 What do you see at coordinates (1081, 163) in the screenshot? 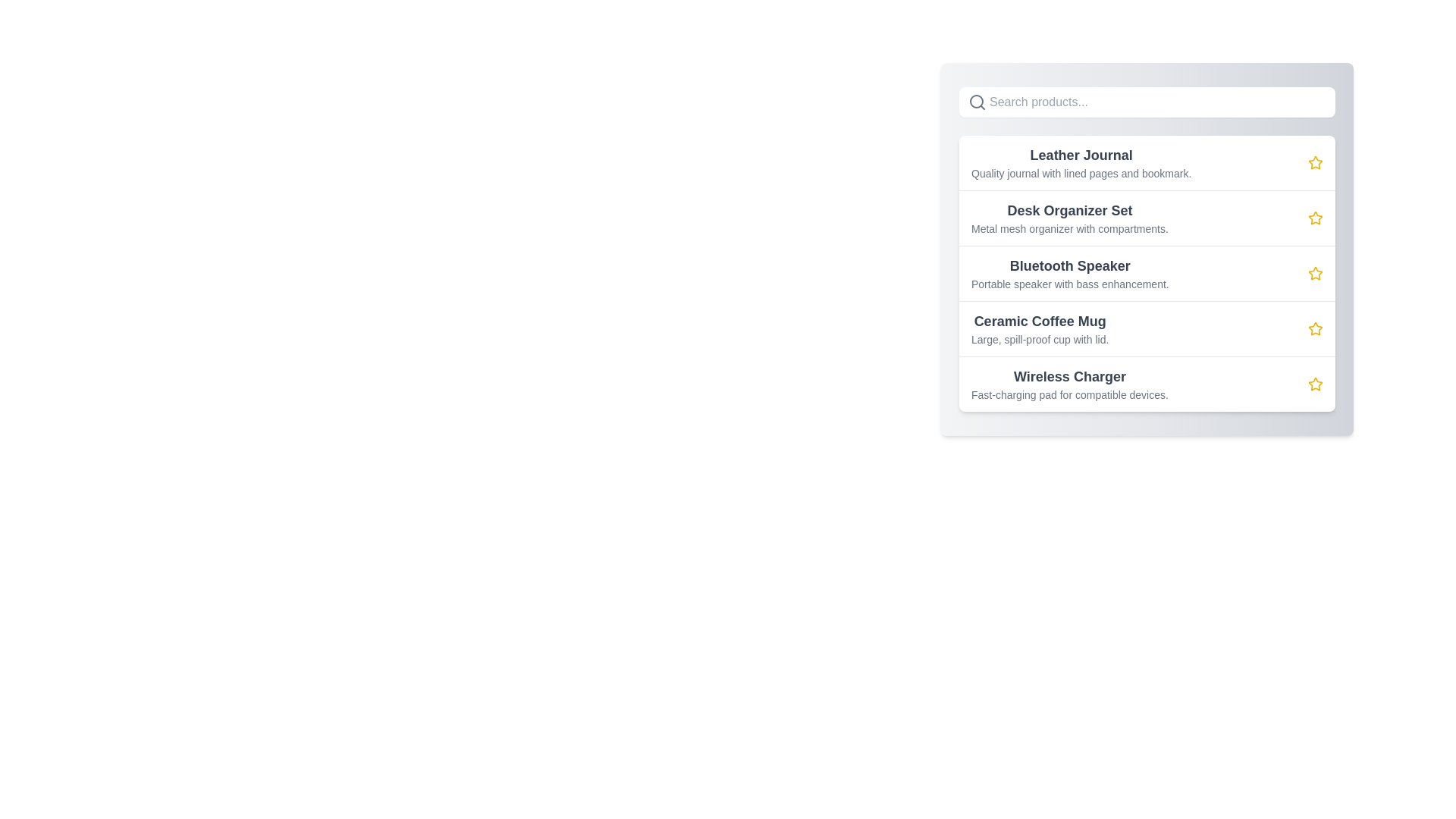
I see `the informational block describing the product 'Leather Journal', which is the first entry in the list of items in the vertical menu` at bounding box center [1081, 163].